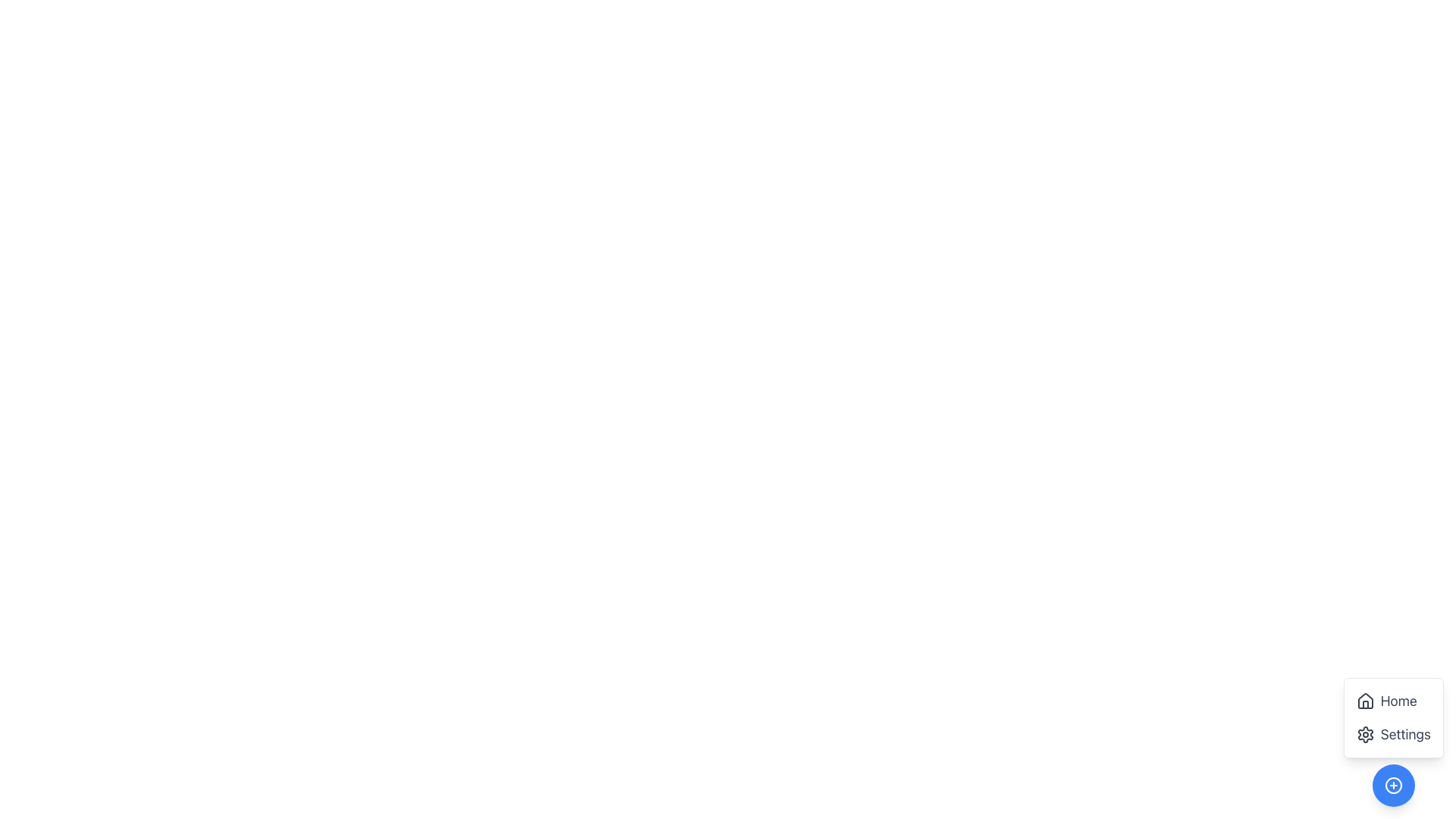 The width and height of the screenshot is (1456, 819). Describe the element at coordinates (1365, 733) in the screenshot. I see `the decorative graphical component of the settings icon located at the bottom-right corner of the application interface` at that location.